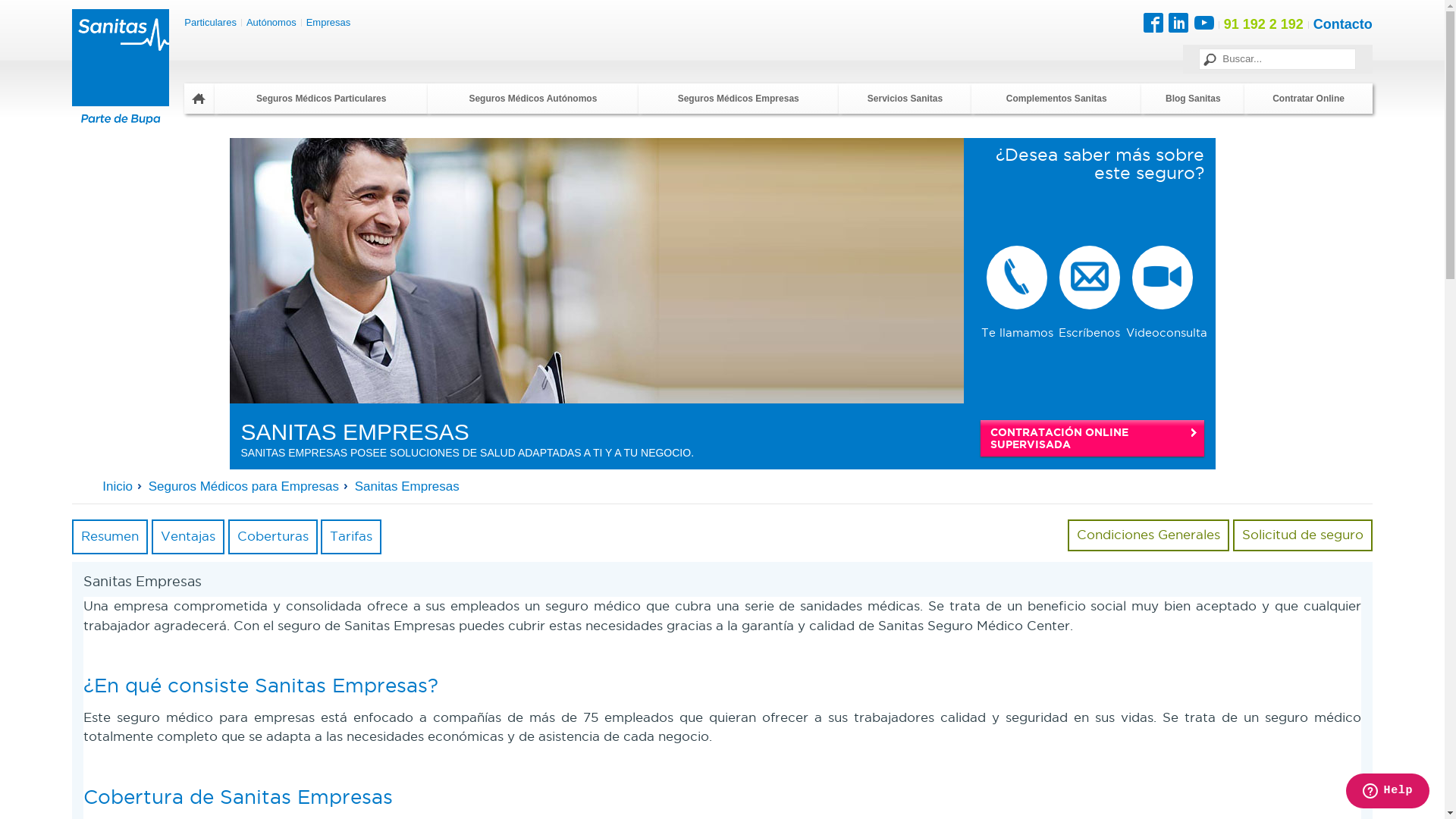 The height and width of the screenshot is (819, 1456). Describe the element at coordinates (905, 99) in the screenshot. I see `'Servicios Sanitas'` at that location.